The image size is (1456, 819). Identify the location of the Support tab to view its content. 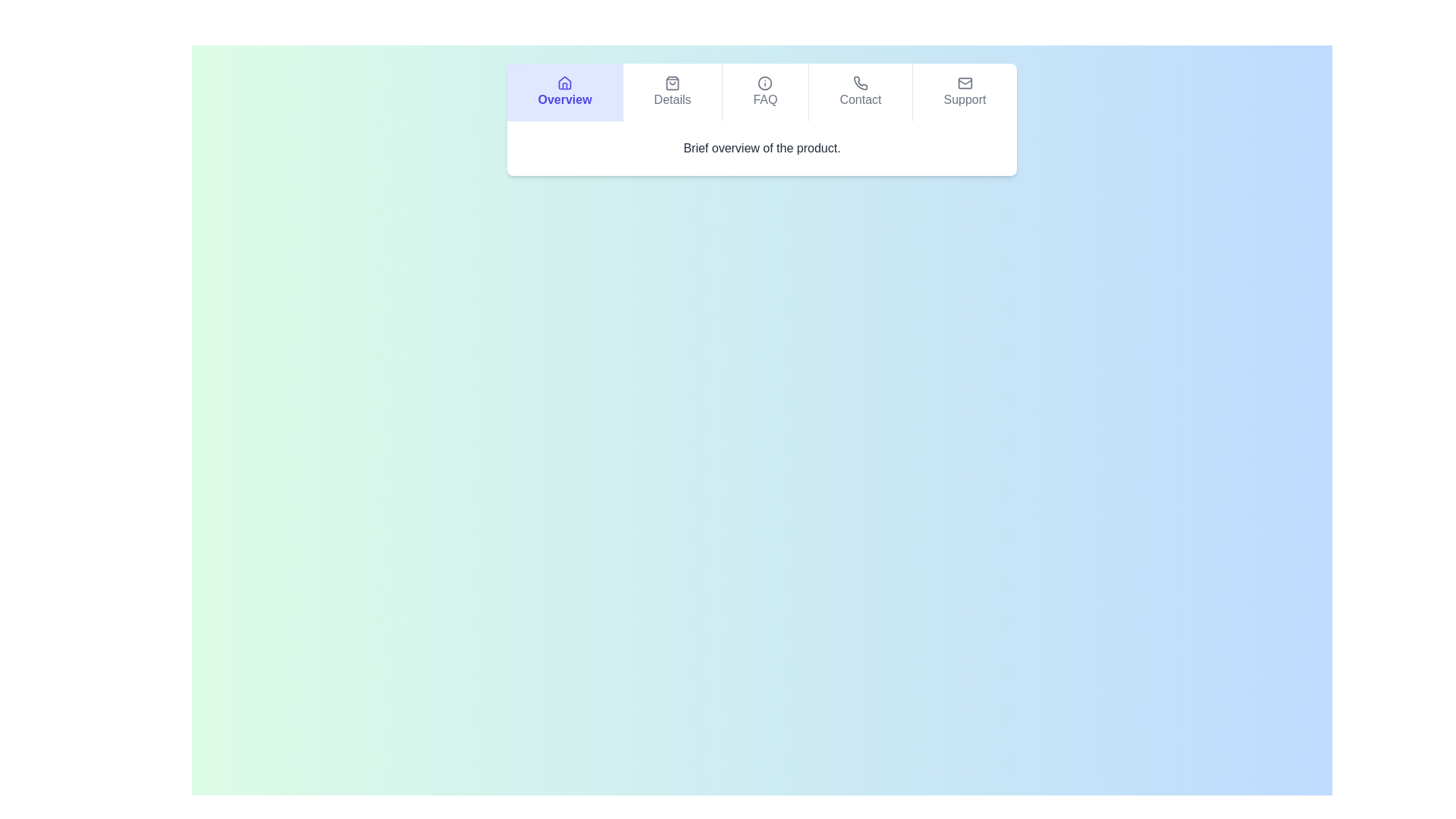
(964, 93).